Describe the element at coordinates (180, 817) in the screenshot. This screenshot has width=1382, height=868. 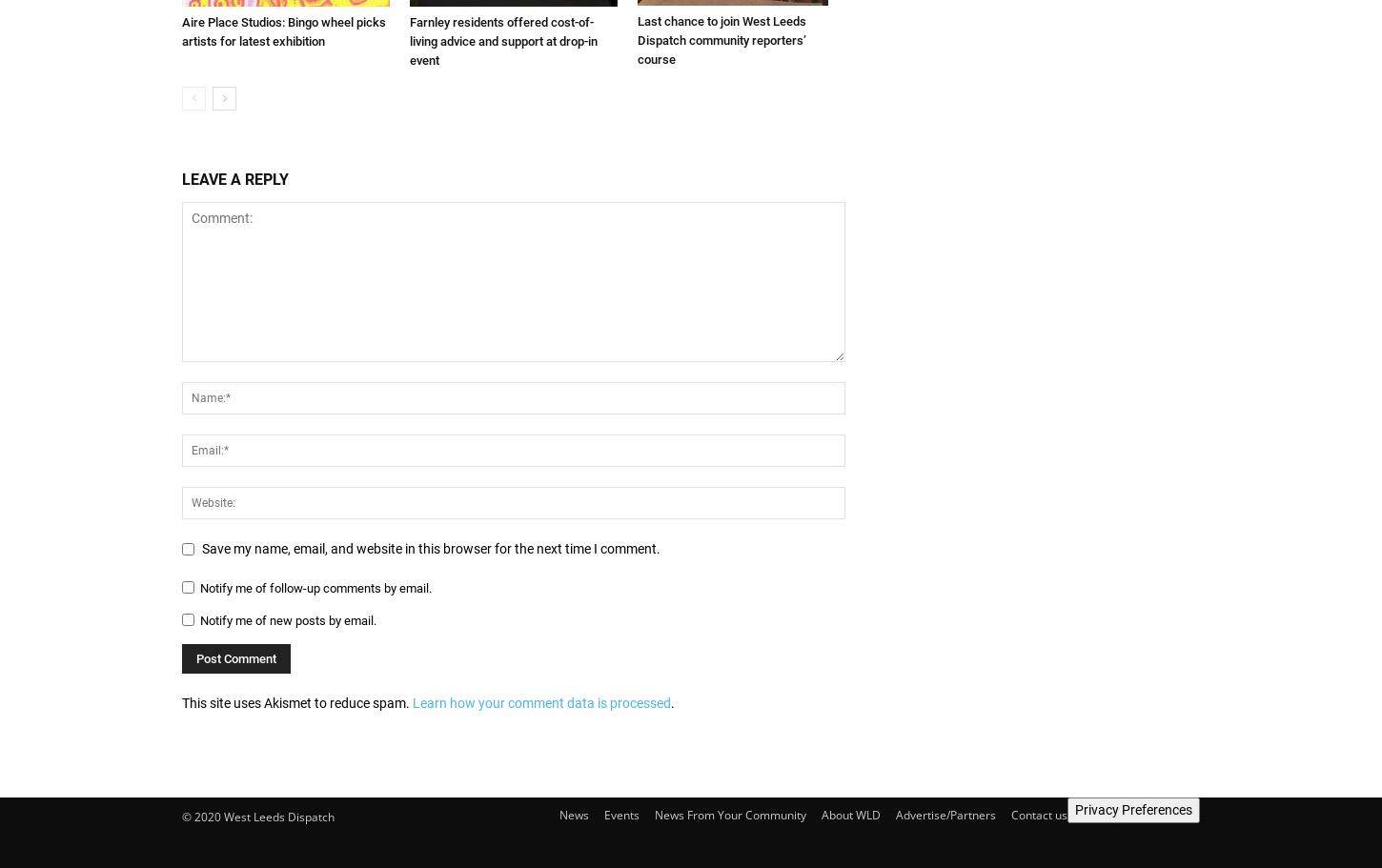
I see `'© 2020 West Leeds Dispatch'` at that location.